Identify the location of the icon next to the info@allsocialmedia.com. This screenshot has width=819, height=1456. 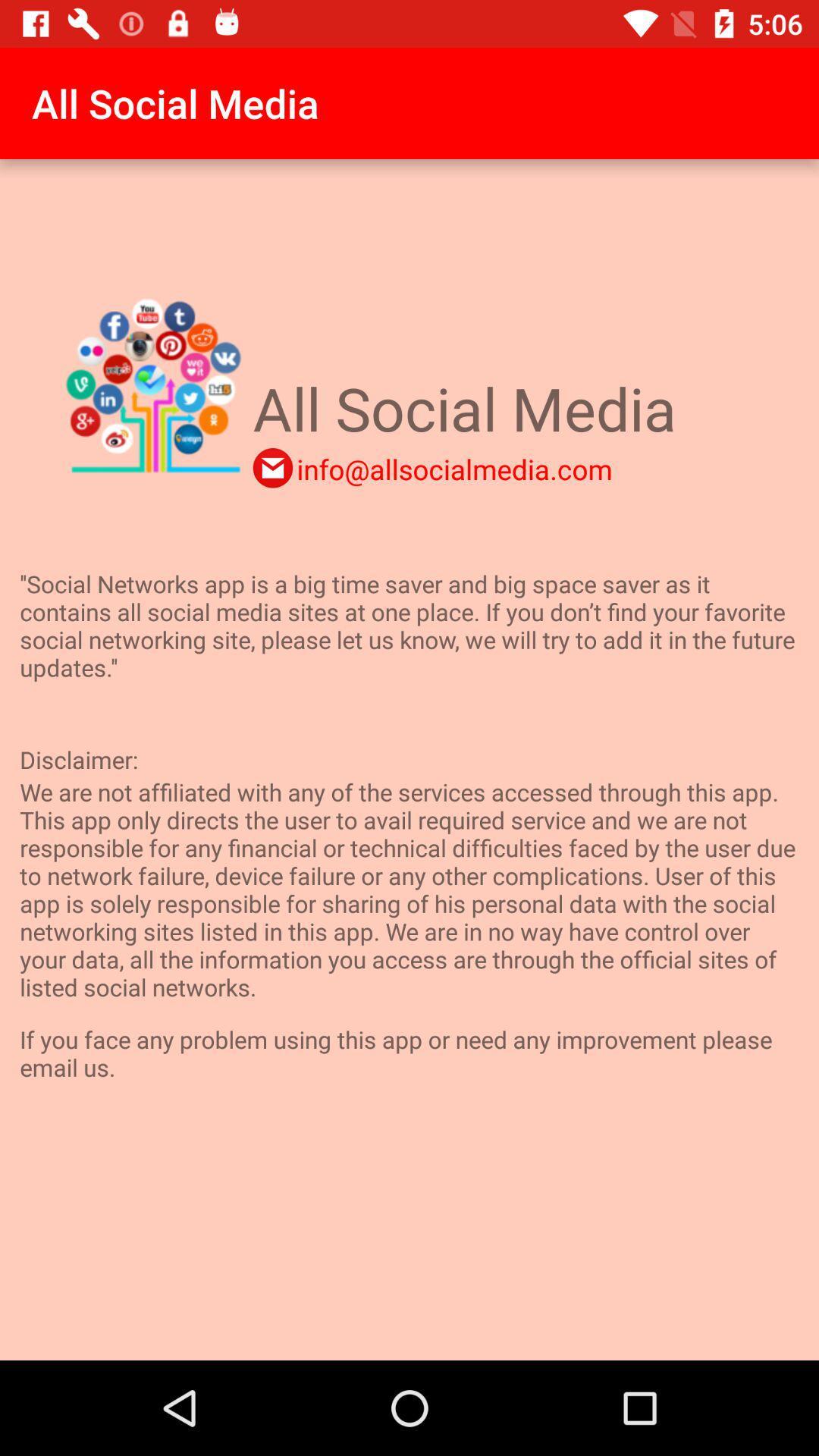
(271, 467).